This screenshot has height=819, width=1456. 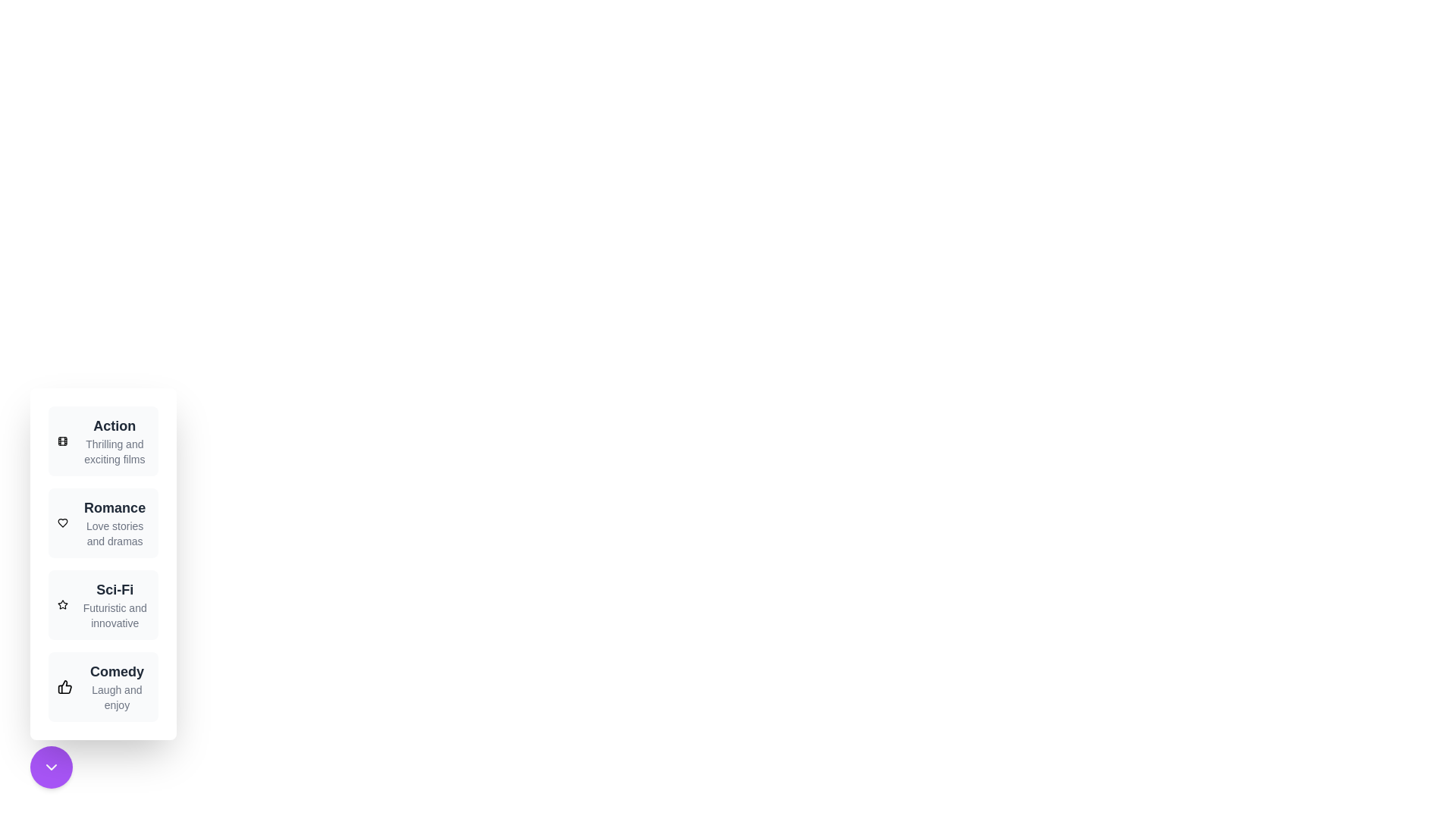 I want to click on the genre Romance from the menu, so click(x=102, y=522).